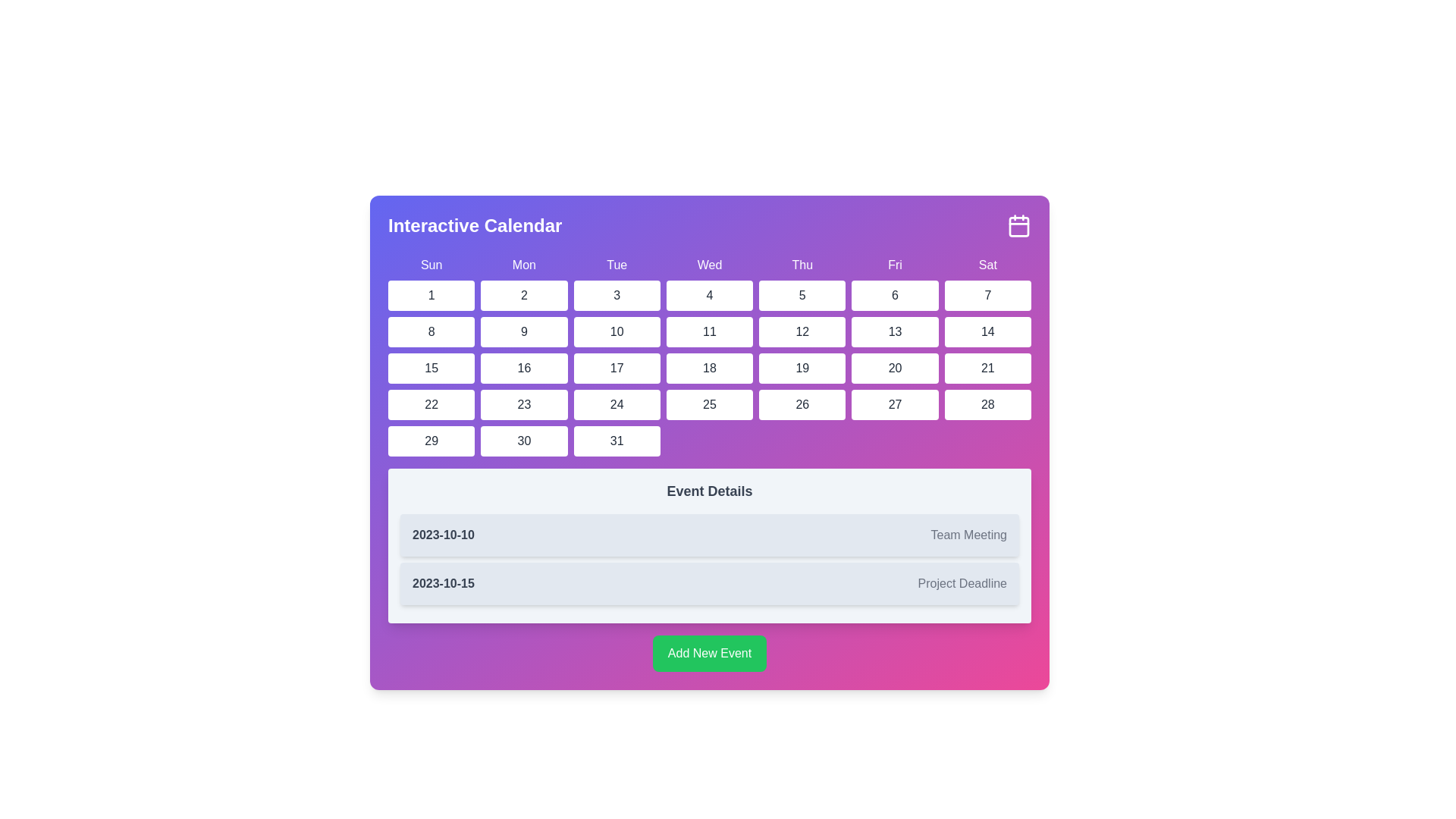 This screenshot has width=1456, height=819. What do you see at coordinates (987, 331) in the screenshot?
I see `the button displaying '14'` at bounding box center [987, 331].